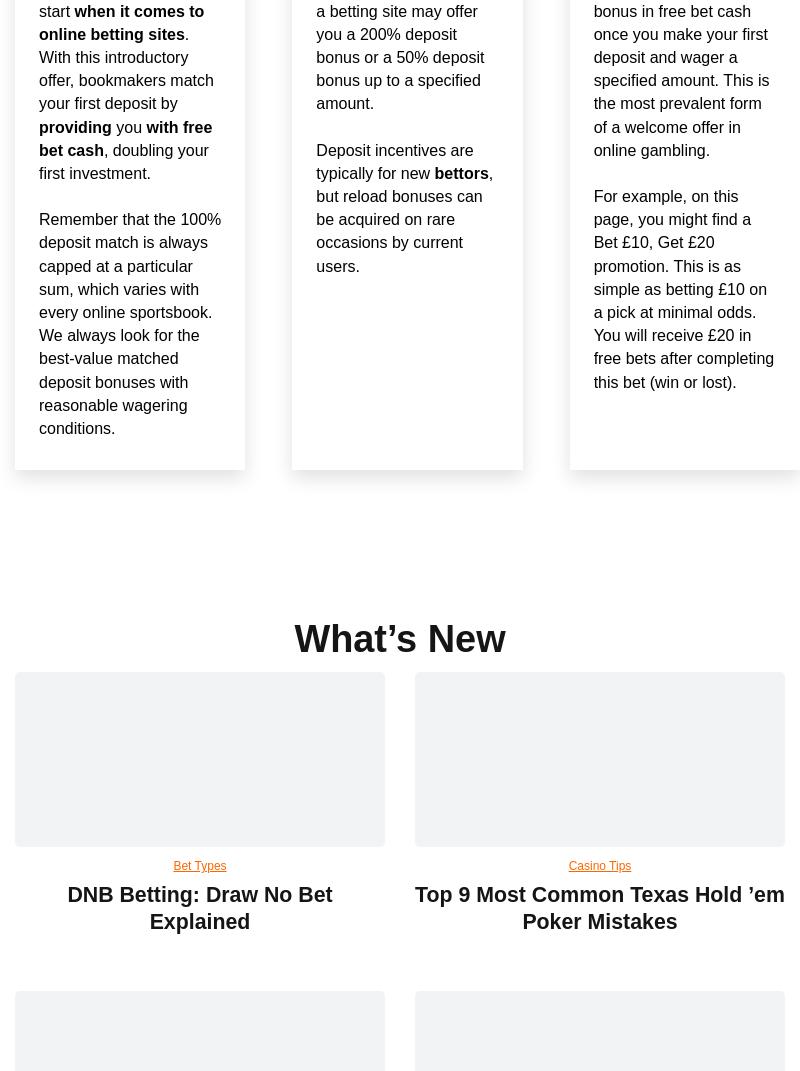  Describe the element at coordinates (598, 907) in the screenshot. I see `'Top 9 Most Common Texas Hold ’em Poker Mistakes'` at that location.